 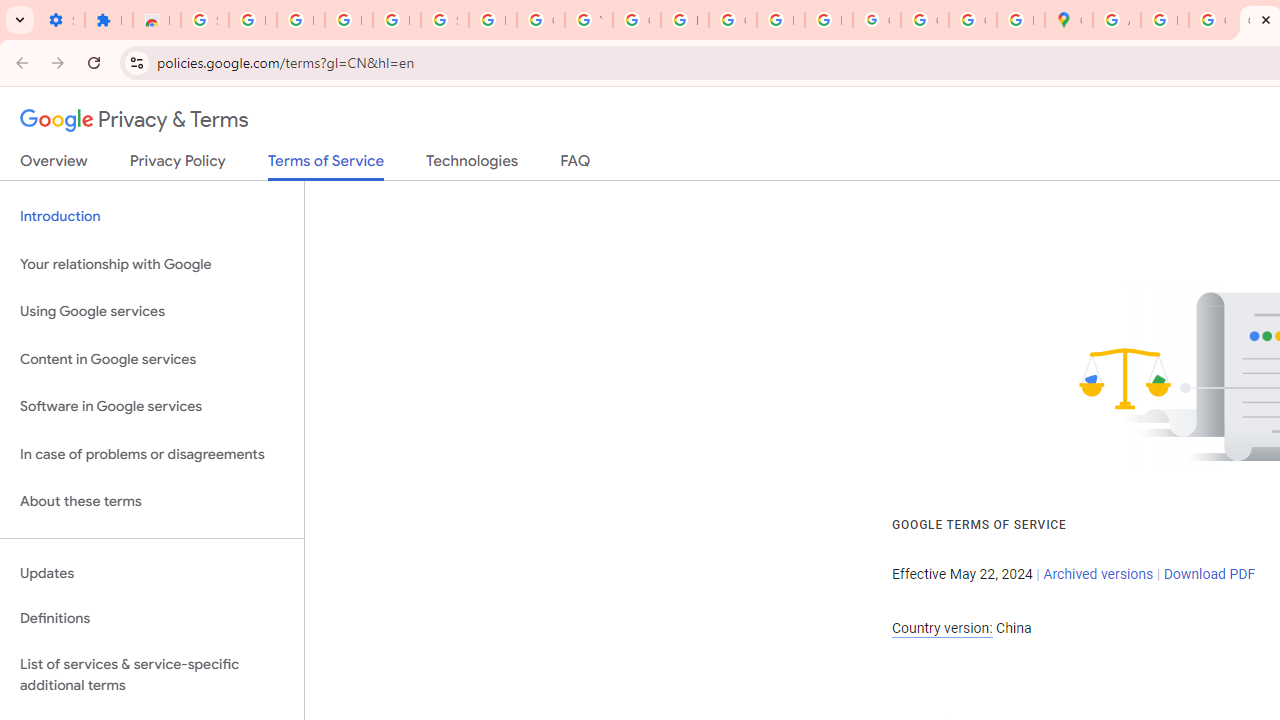 What do you see at coordinates (60, 20) in the screenshot?
I see `'Settings - On startup'` at bounding box center [60, 20].